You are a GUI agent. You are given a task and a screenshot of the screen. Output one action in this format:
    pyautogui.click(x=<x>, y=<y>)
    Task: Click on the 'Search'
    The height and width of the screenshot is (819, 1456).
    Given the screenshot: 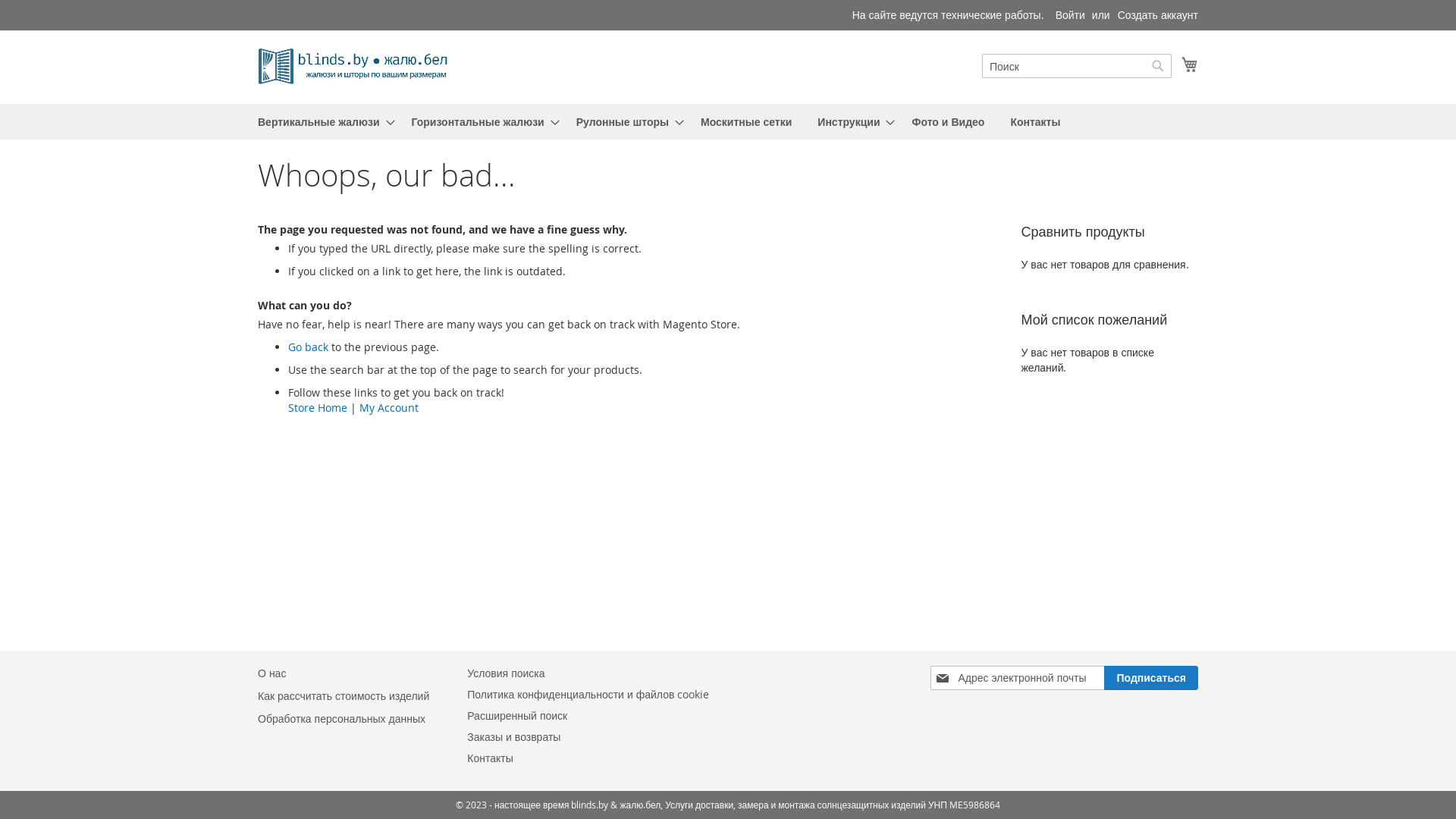 What is the action you would take?
    pyautogui.click(x=1156, y=65)
    